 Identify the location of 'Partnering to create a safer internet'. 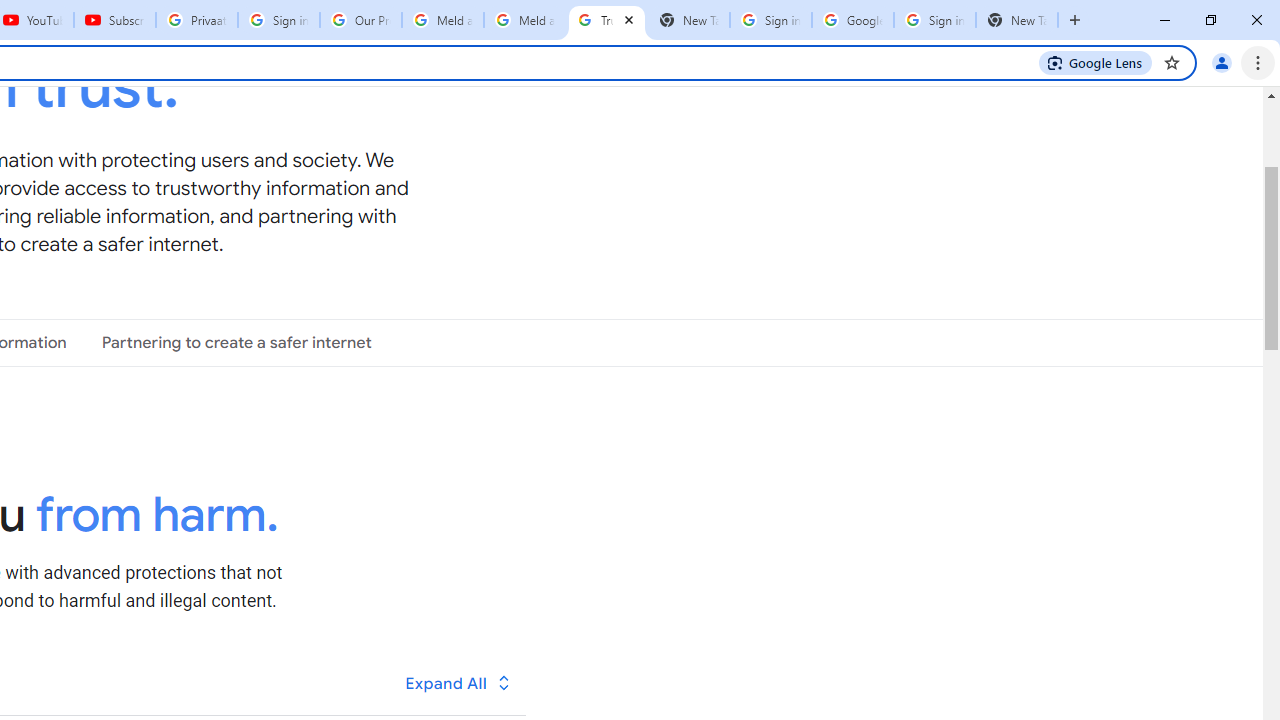
(236, 342).